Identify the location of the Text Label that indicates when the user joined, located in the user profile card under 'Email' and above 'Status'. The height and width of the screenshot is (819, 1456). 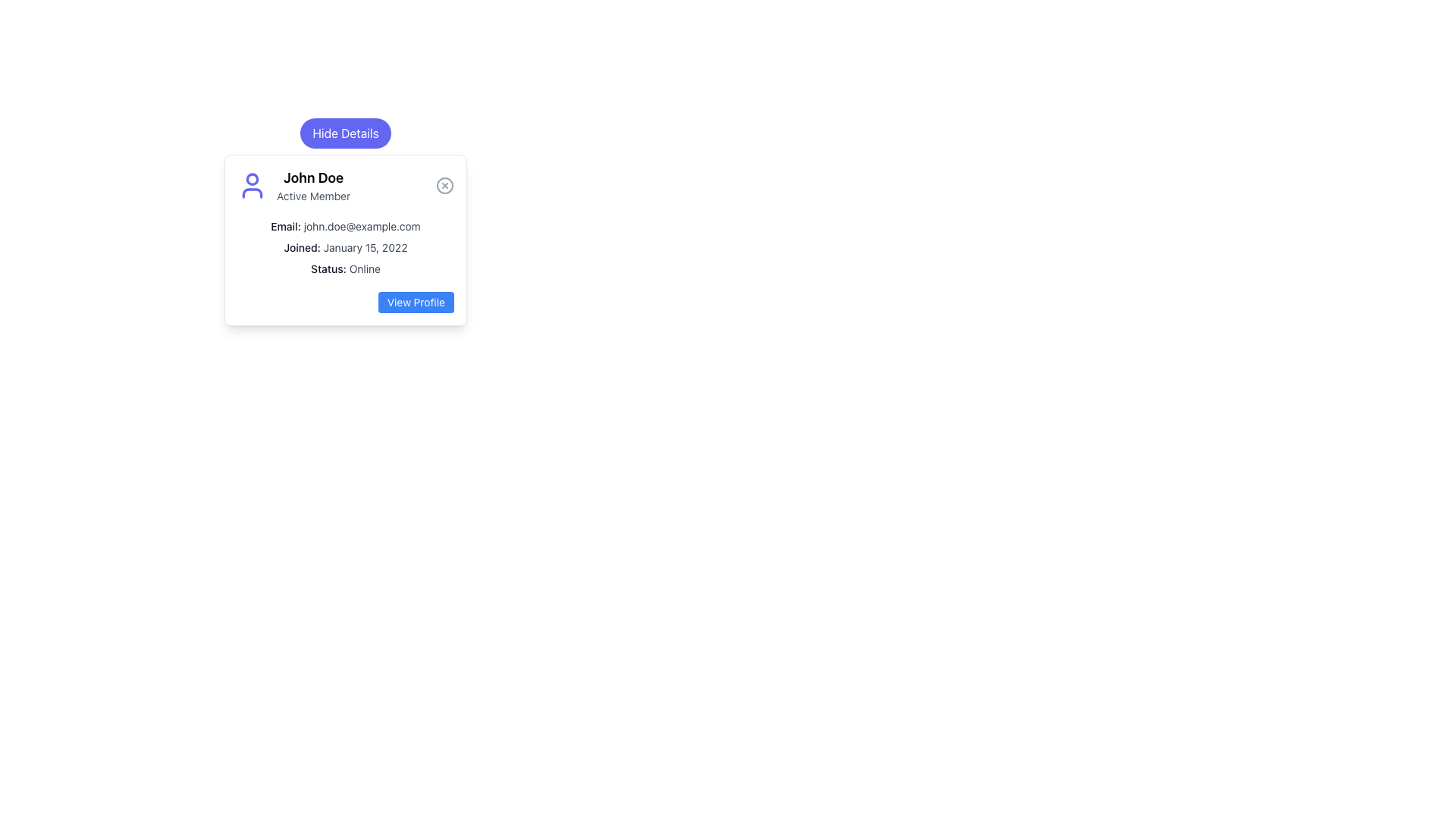
(345, 247).